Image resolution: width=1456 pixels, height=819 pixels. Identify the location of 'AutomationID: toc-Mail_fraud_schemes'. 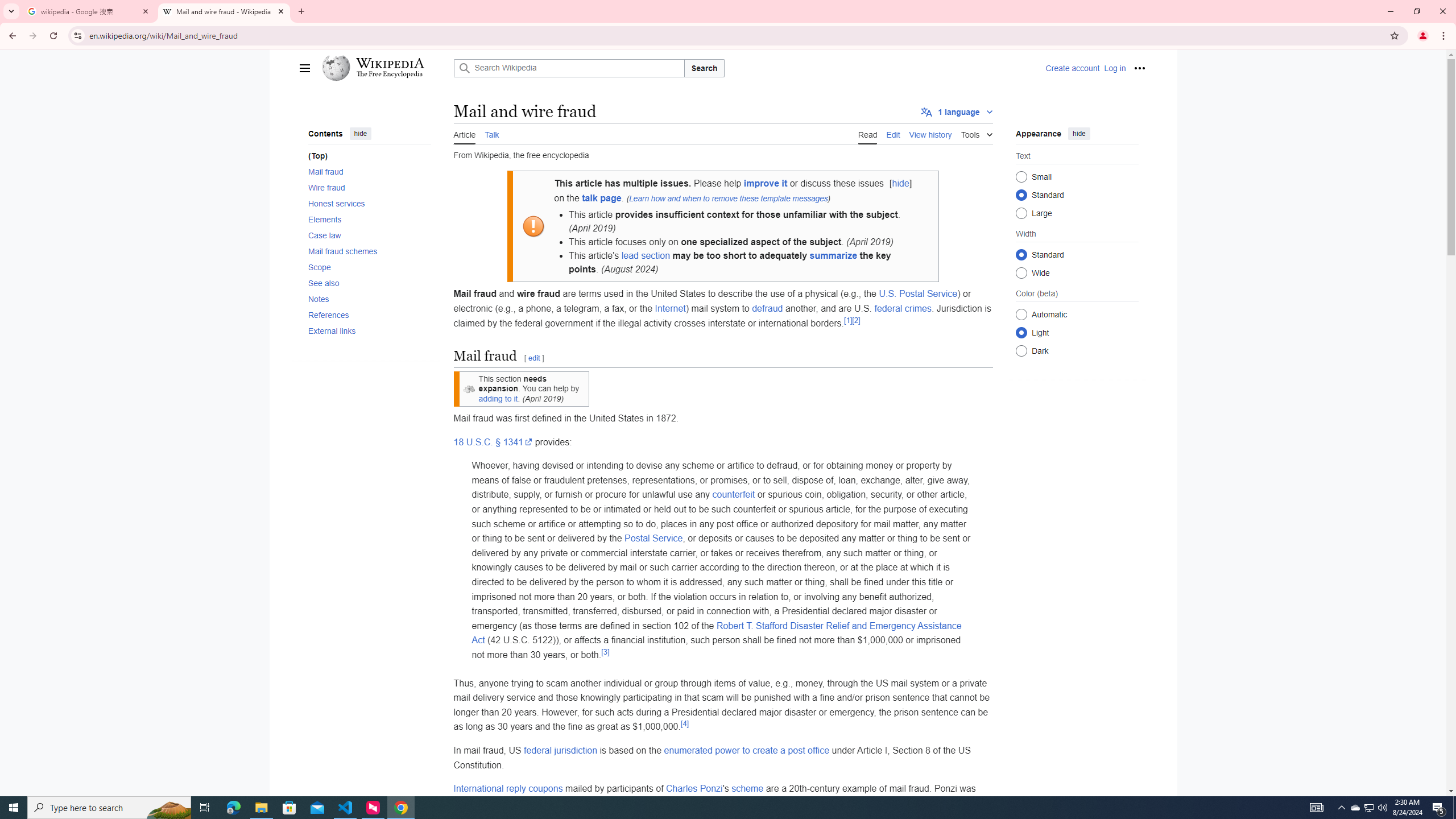
(366, 251).